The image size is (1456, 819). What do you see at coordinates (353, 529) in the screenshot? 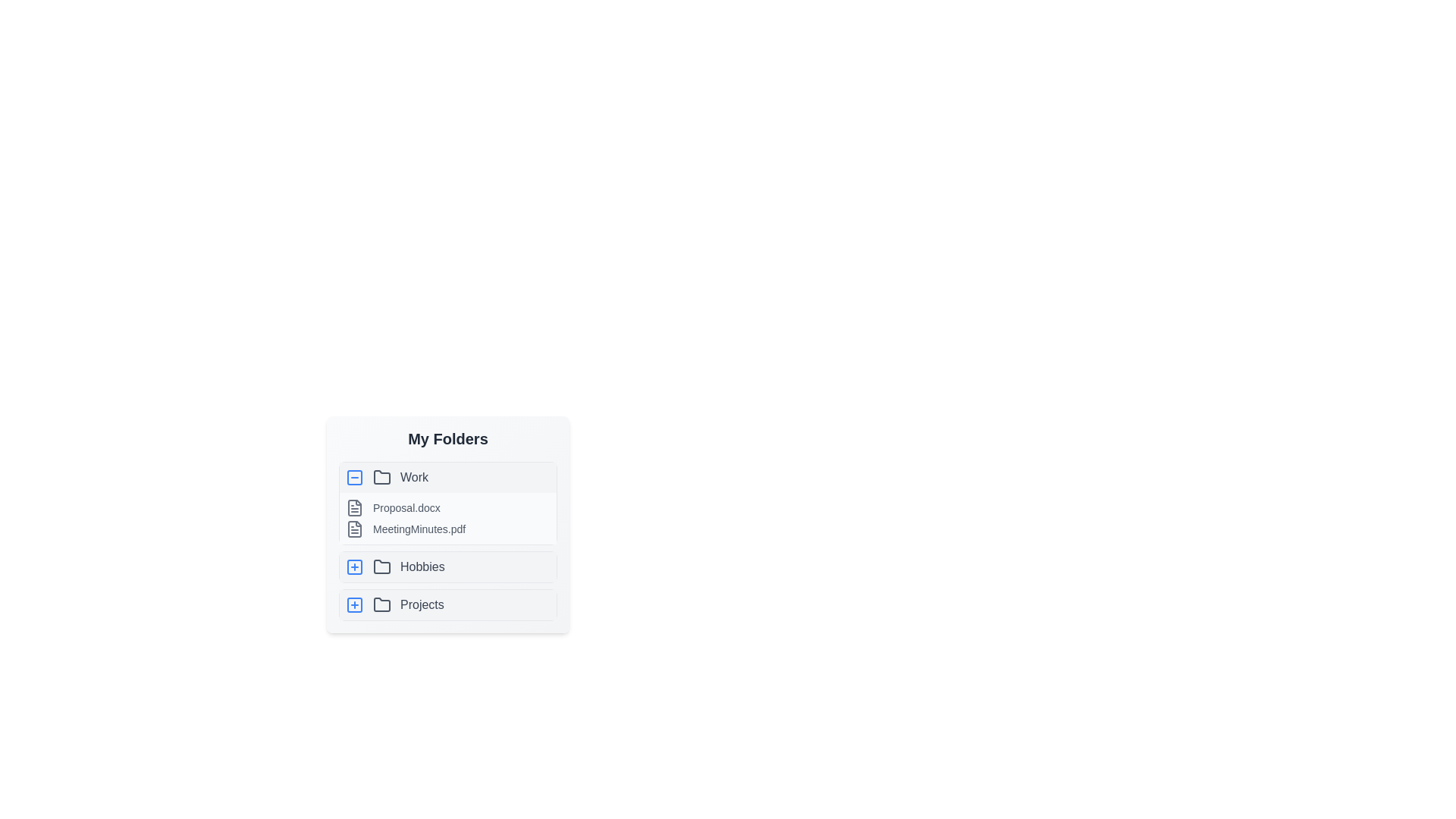
I see `the file MeetingMinutes.pdf to view its details` at bounding box center [353, 529].